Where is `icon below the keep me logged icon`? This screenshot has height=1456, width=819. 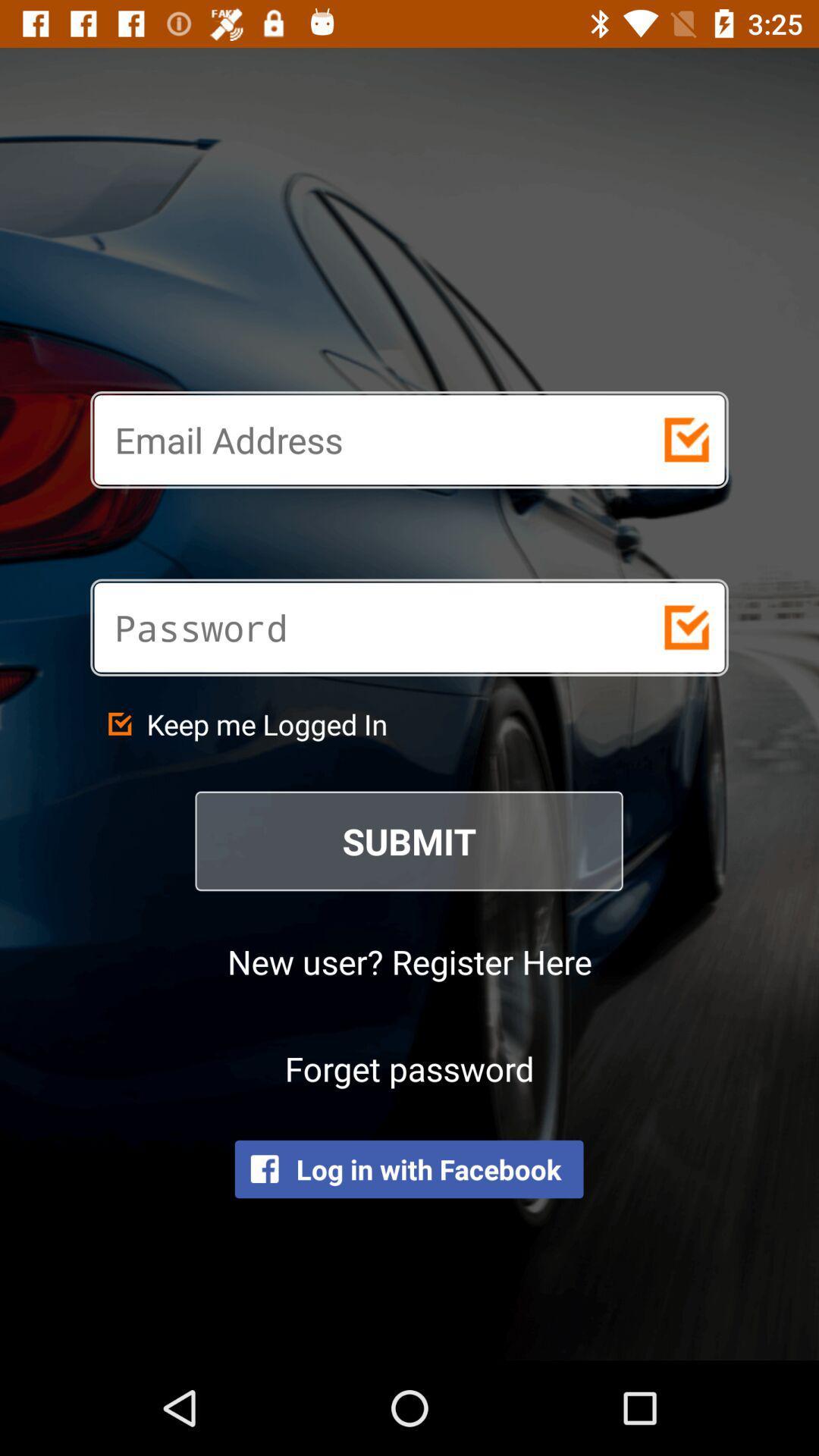 icon below the keep me logged icon is located at coordinates (409, 840).